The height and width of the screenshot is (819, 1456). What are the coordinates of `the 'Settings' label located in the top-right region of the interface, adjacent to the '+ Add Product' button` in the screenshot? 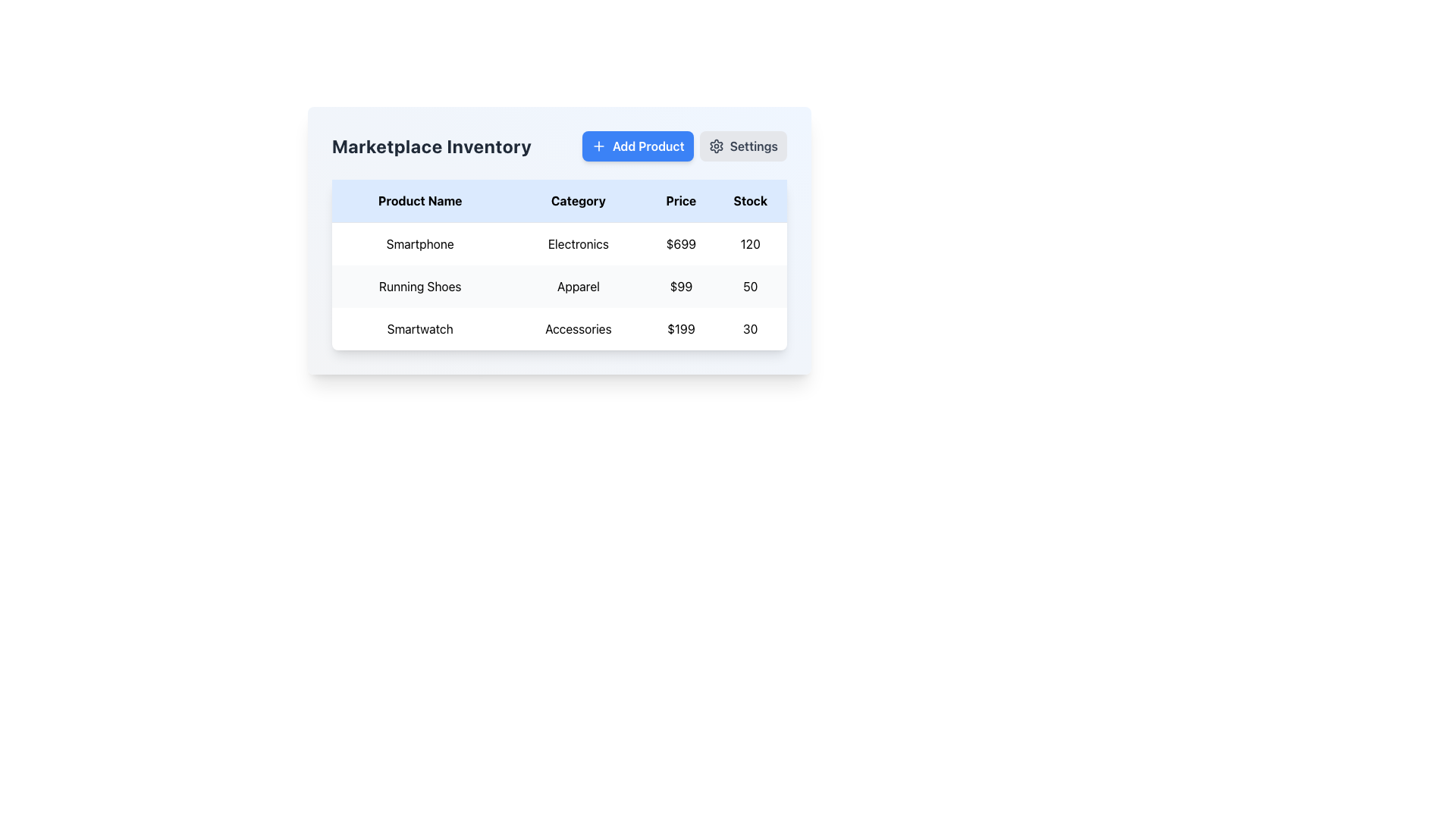 It's located at (754, 146).